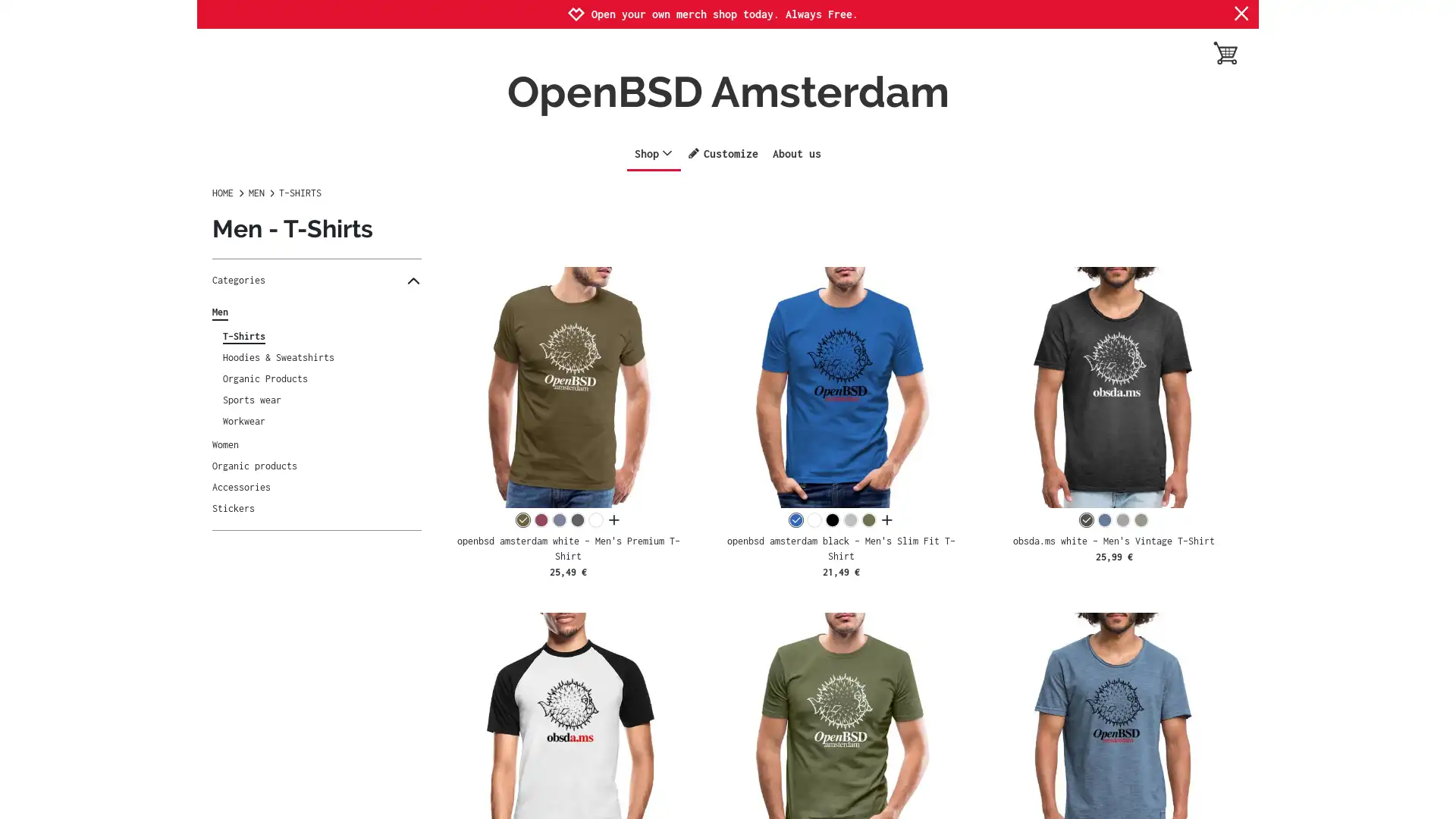 This screenshot has width=1456, height=819. Describe the element at coordinates (1141, 519) in the screenshot. I see `vintage khaki` at that location.